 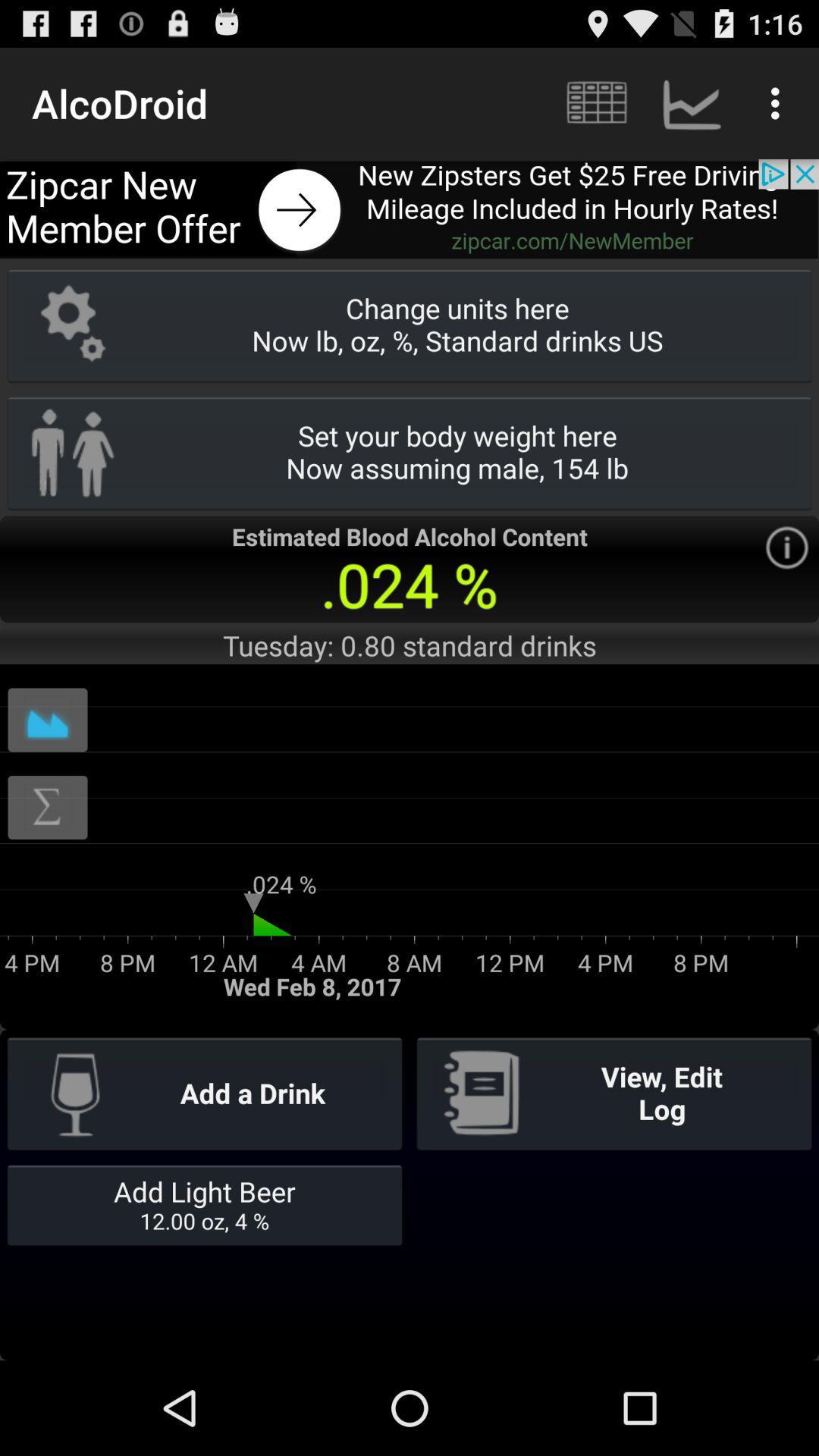 I want to click on info button, so click(x=786, y=547).